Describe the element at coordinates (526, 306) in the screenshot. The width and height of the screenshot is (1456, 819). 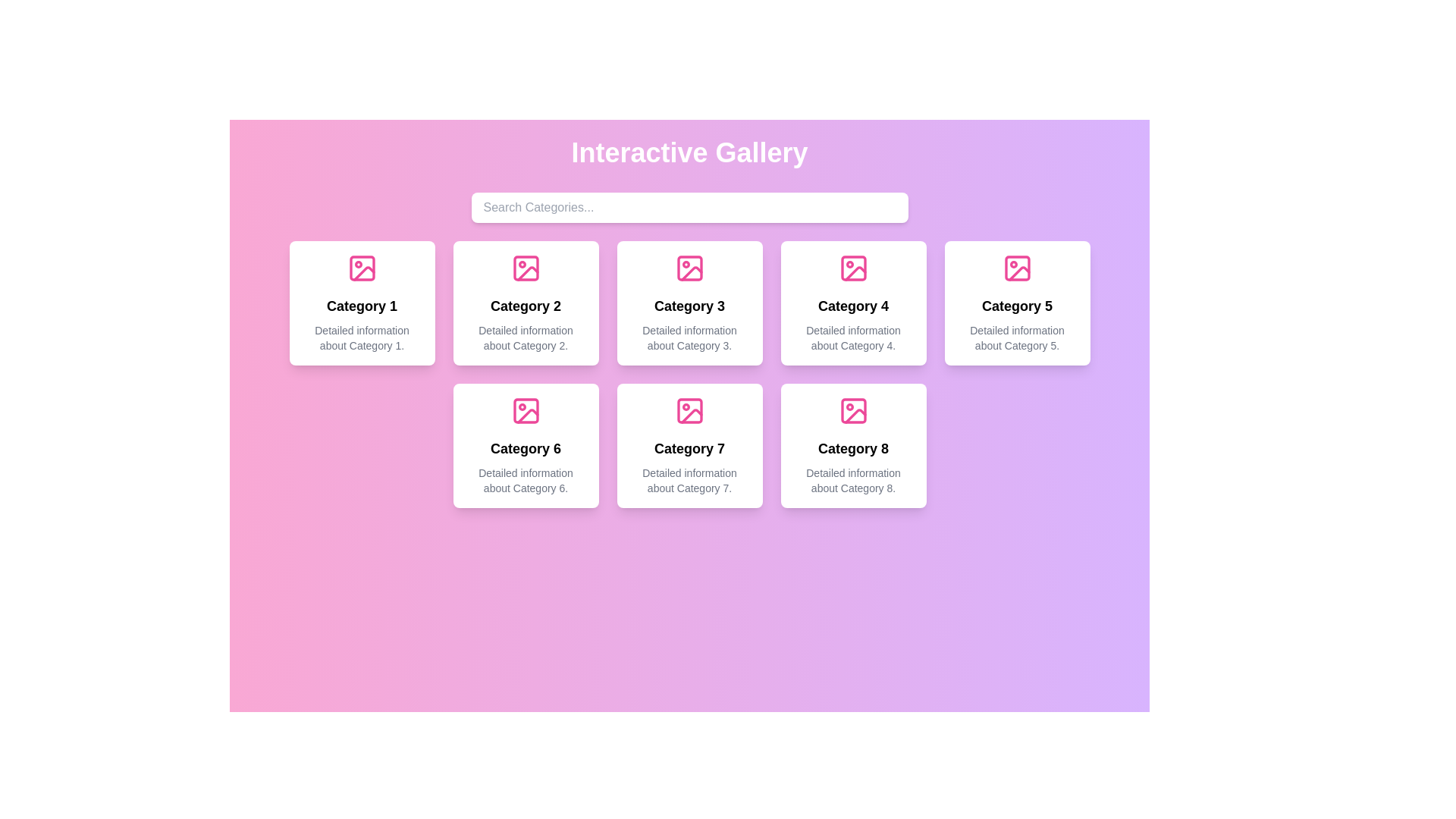
I see `the text label that serves as a title or identifier for the associated category box, located in the second row's middle of a grid layout beneath the pink icon` at that location.